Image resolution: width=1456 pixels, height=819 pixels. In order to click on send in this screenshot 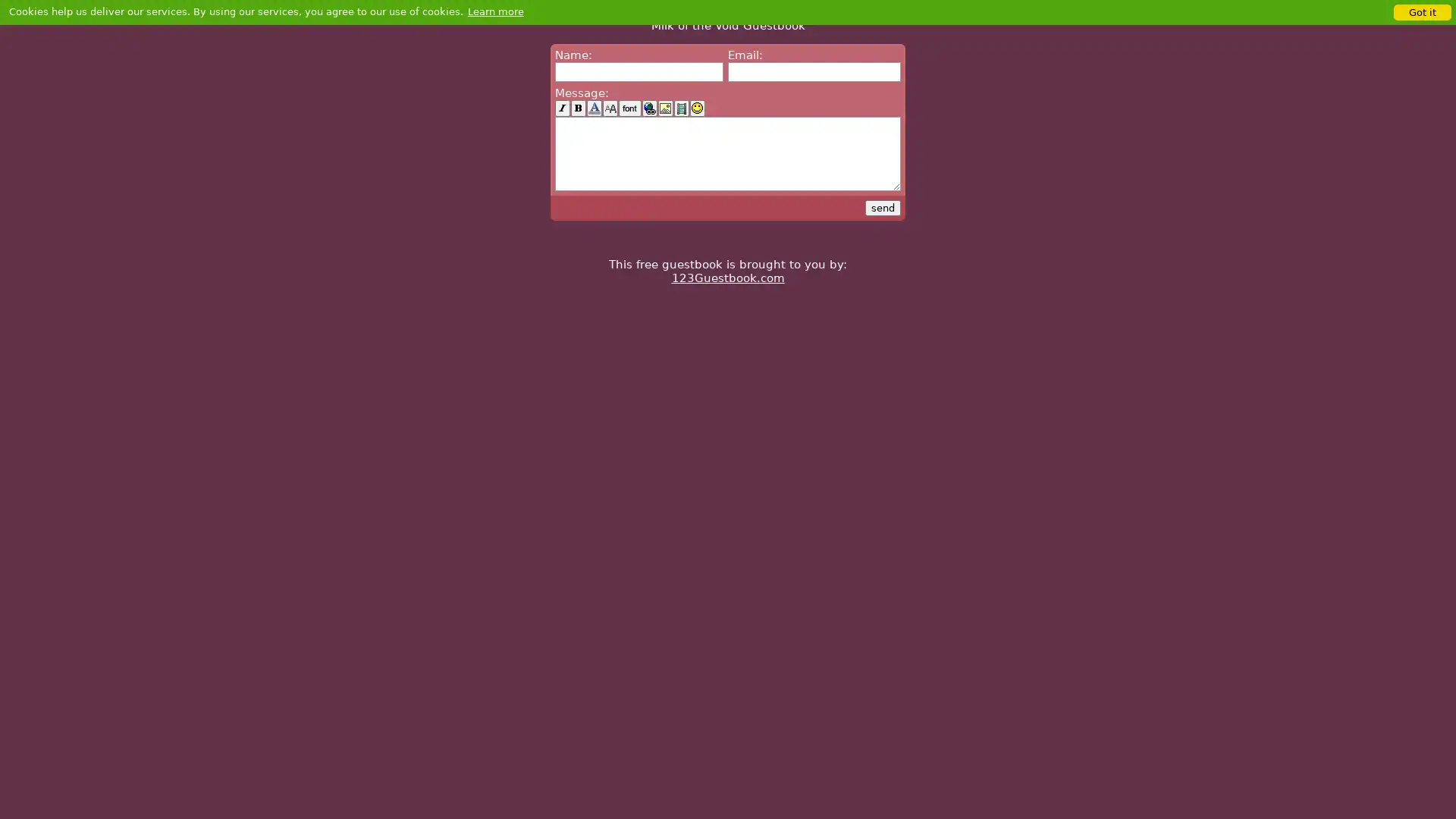, I will do `click(883, 208)`.